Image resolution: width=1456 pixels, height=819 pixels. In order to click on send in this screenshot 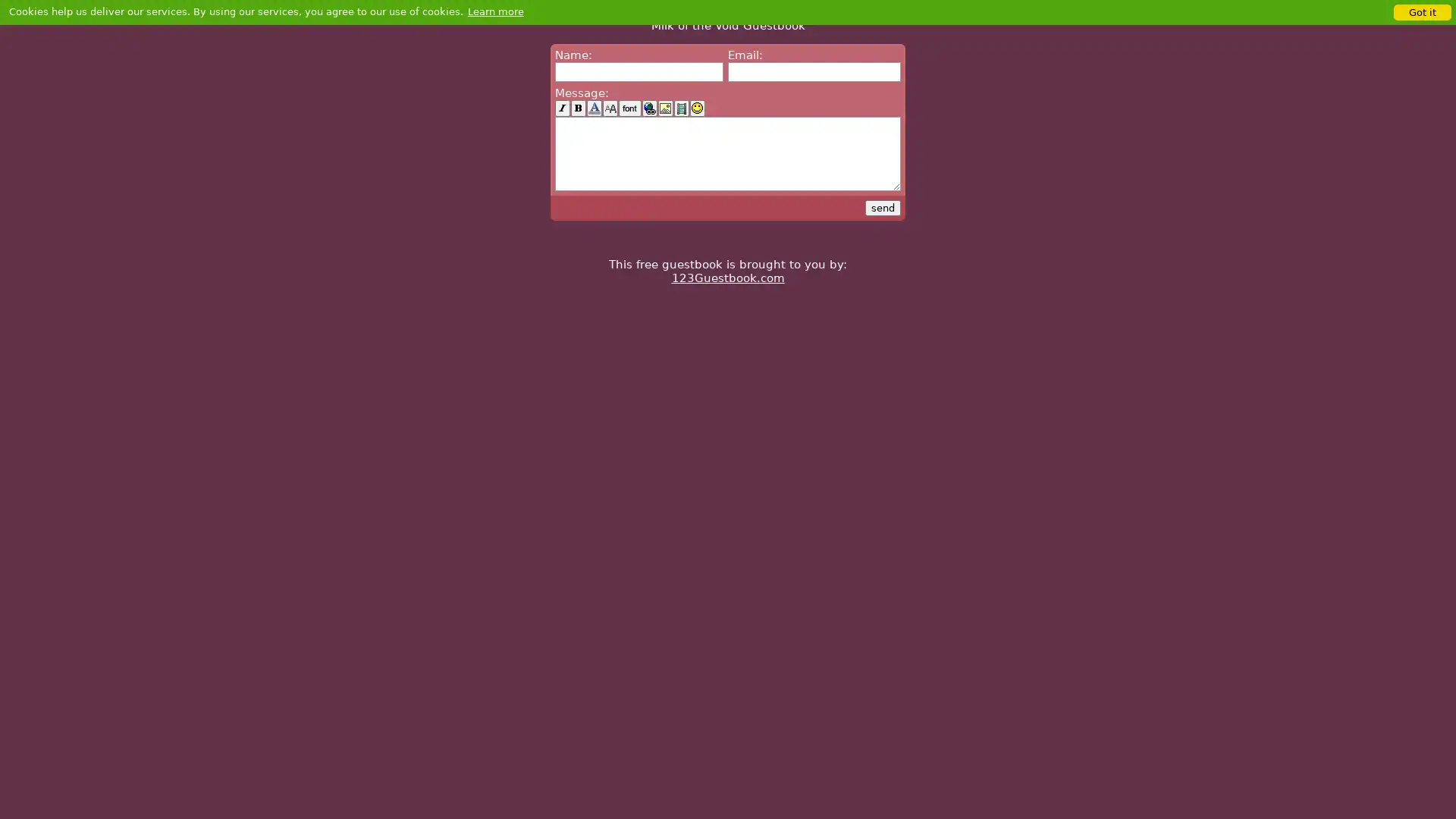, I will do `click(883, 208)`.